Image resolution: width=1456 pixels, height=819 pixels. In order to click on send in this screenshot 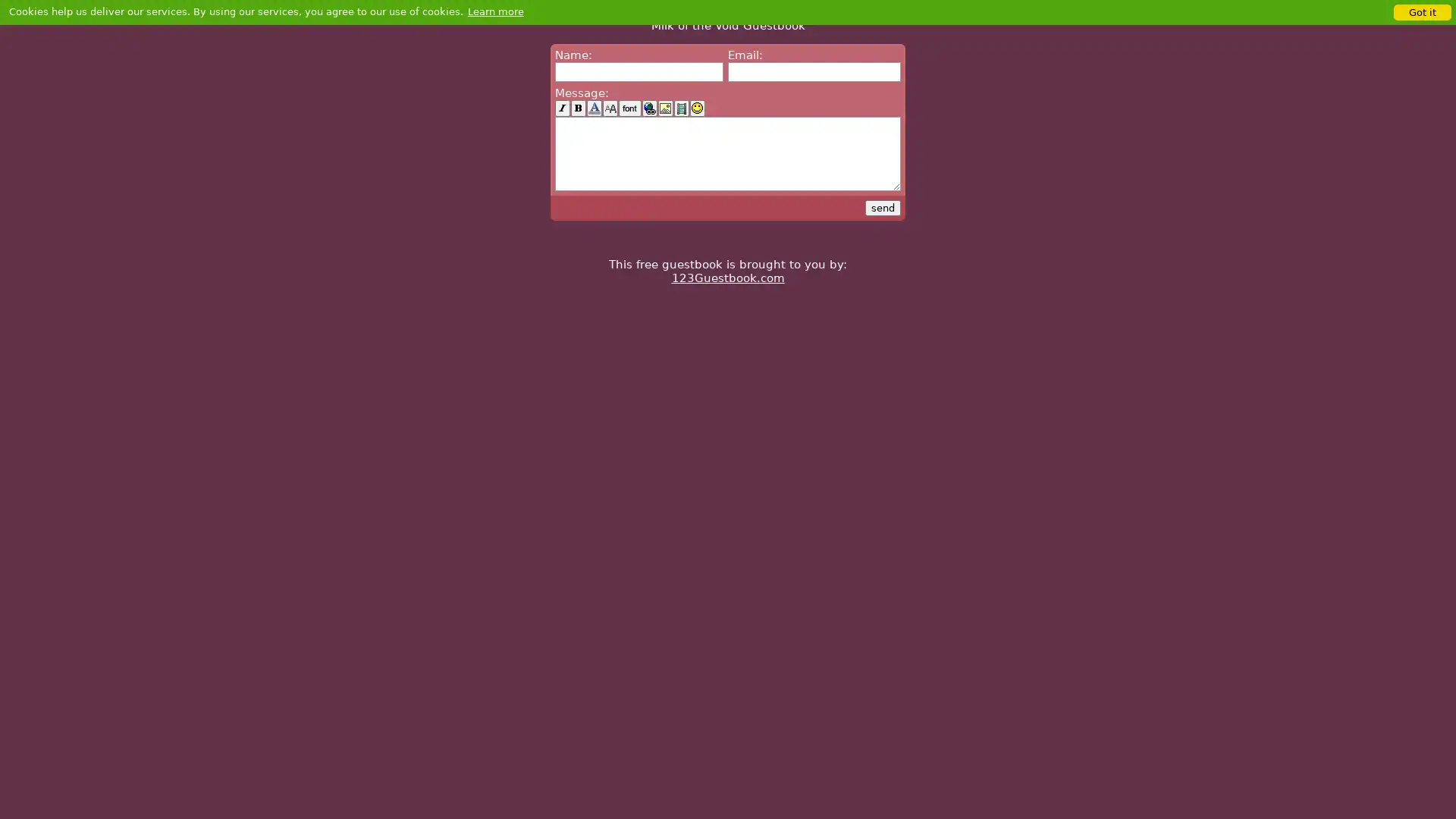, I will do `click(883, 208)`.